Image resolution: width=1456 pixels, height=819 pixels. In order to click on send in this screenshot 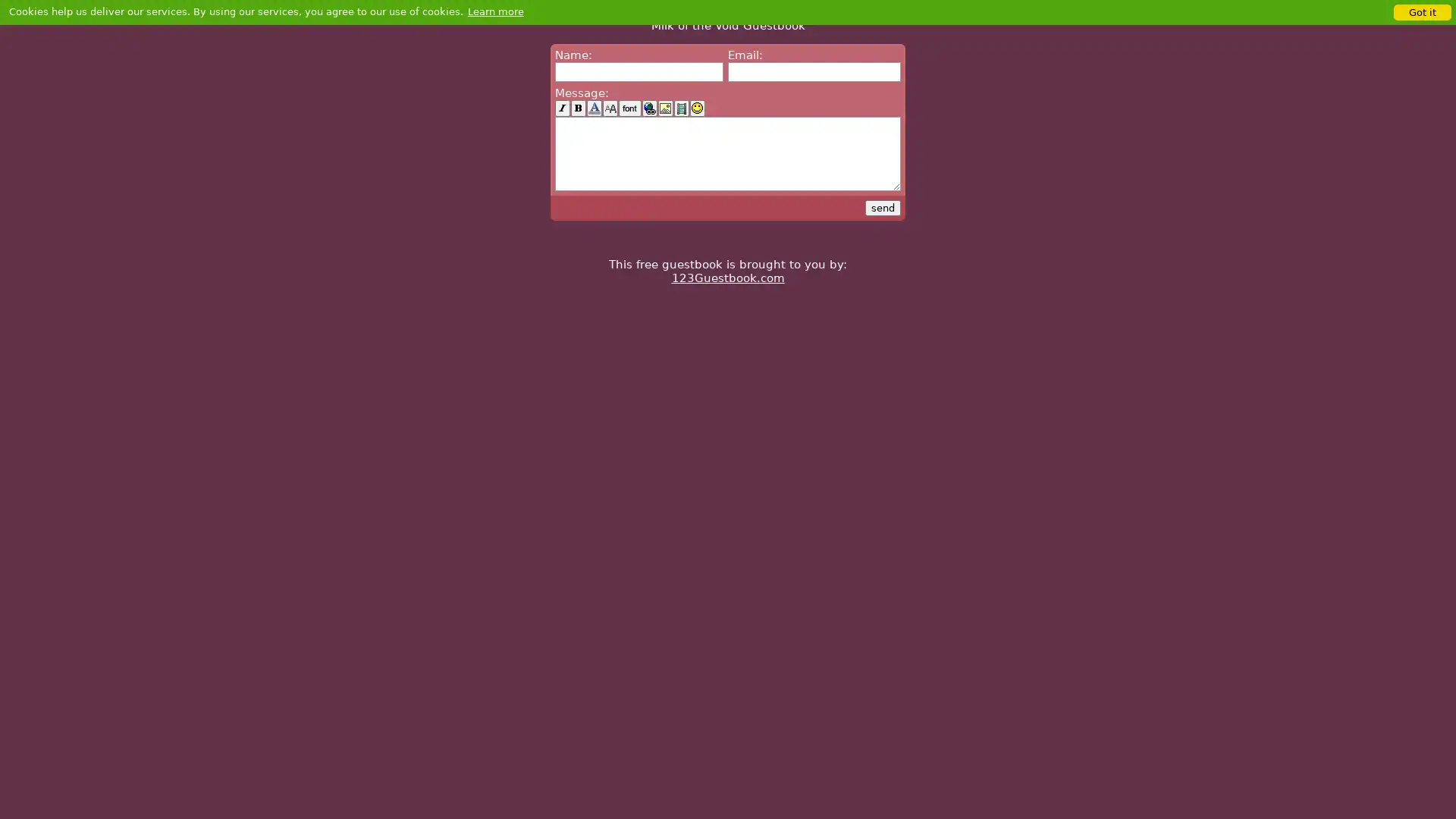, I will do `click(883, 208)`.